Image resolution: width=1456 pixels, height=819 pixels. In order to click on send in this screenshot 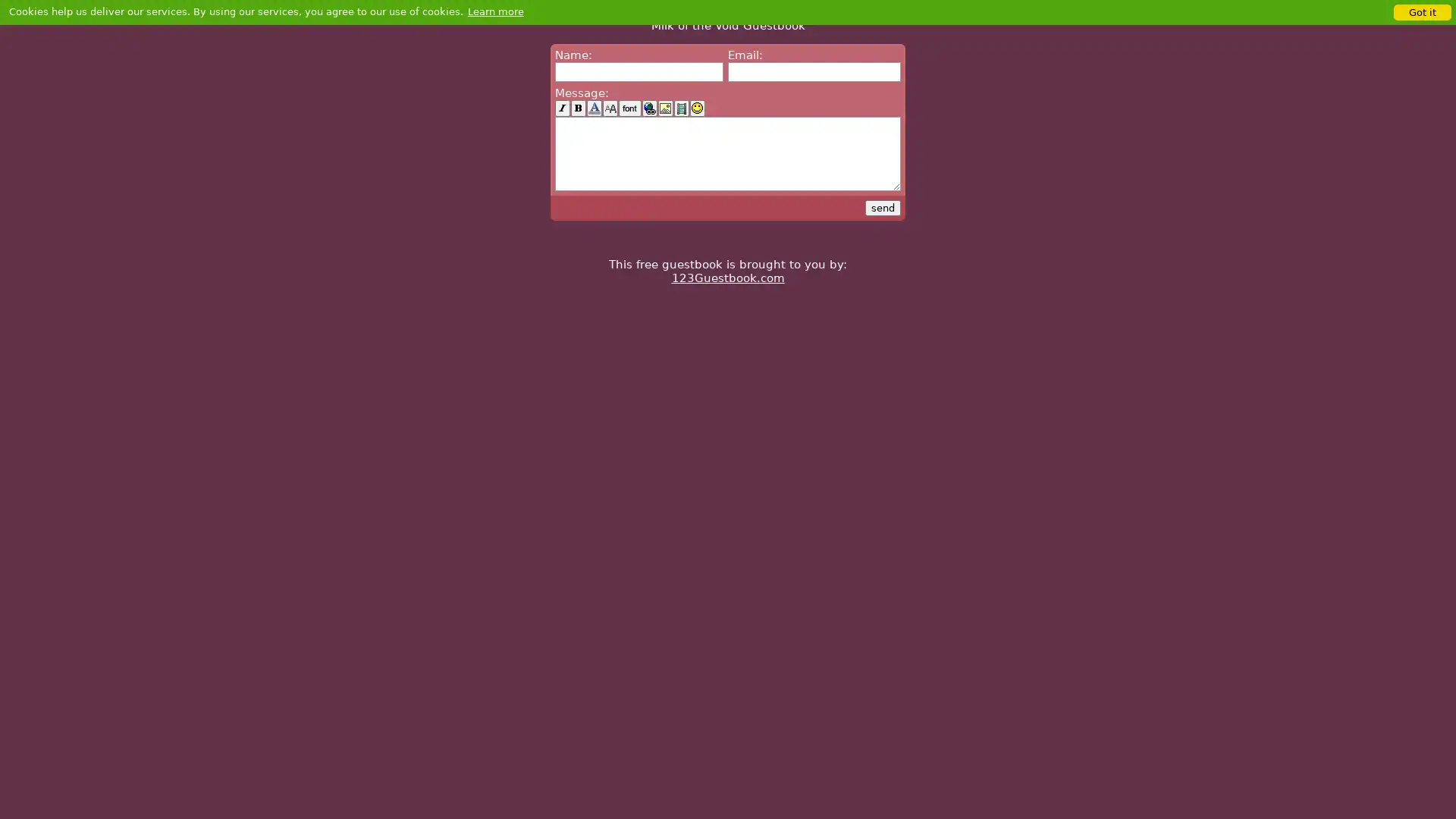, I will do `click(883, 208)`.